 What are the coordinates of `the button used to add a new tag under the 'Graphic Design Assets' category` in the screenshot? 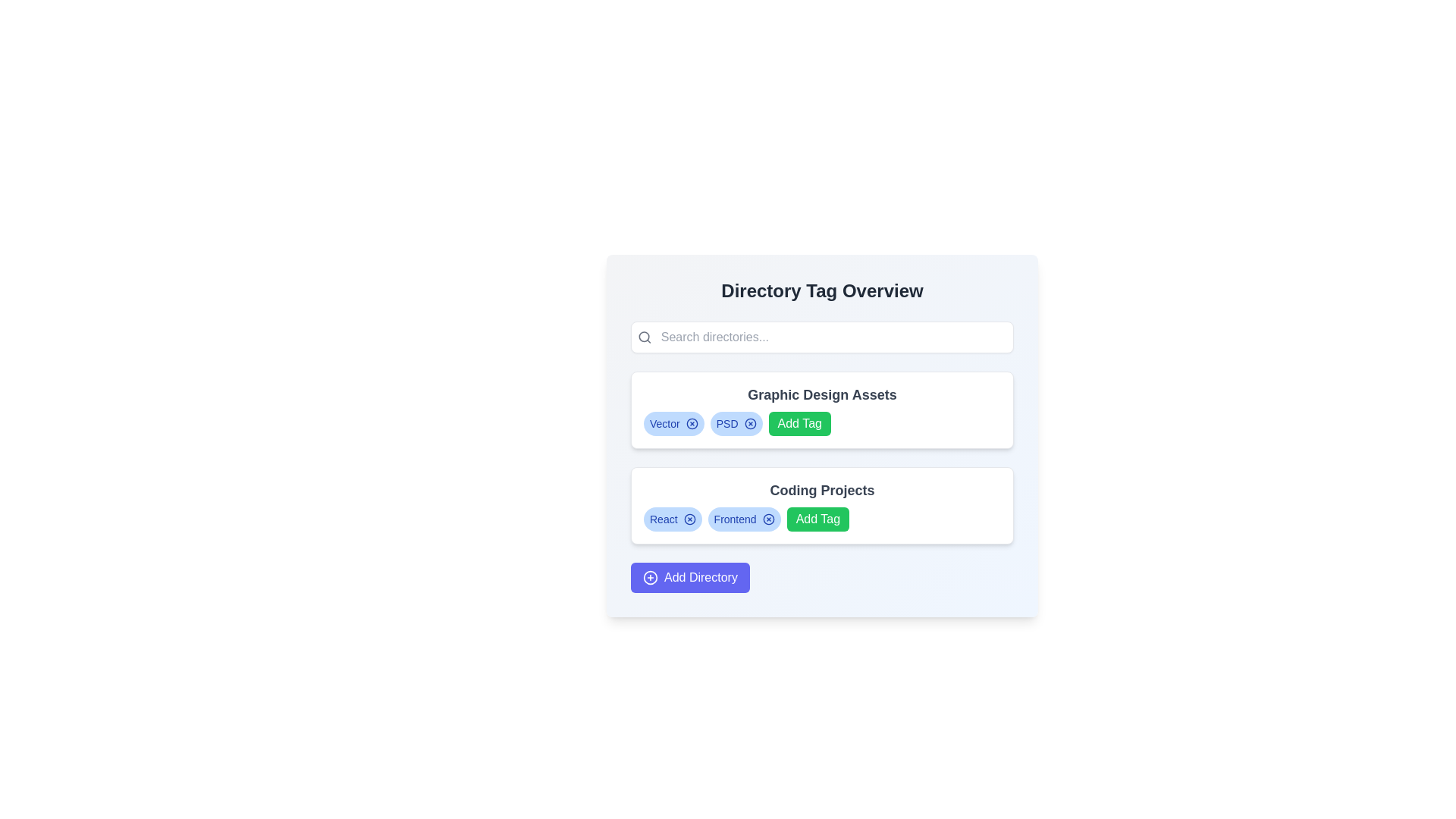 It's located at (799, 424).